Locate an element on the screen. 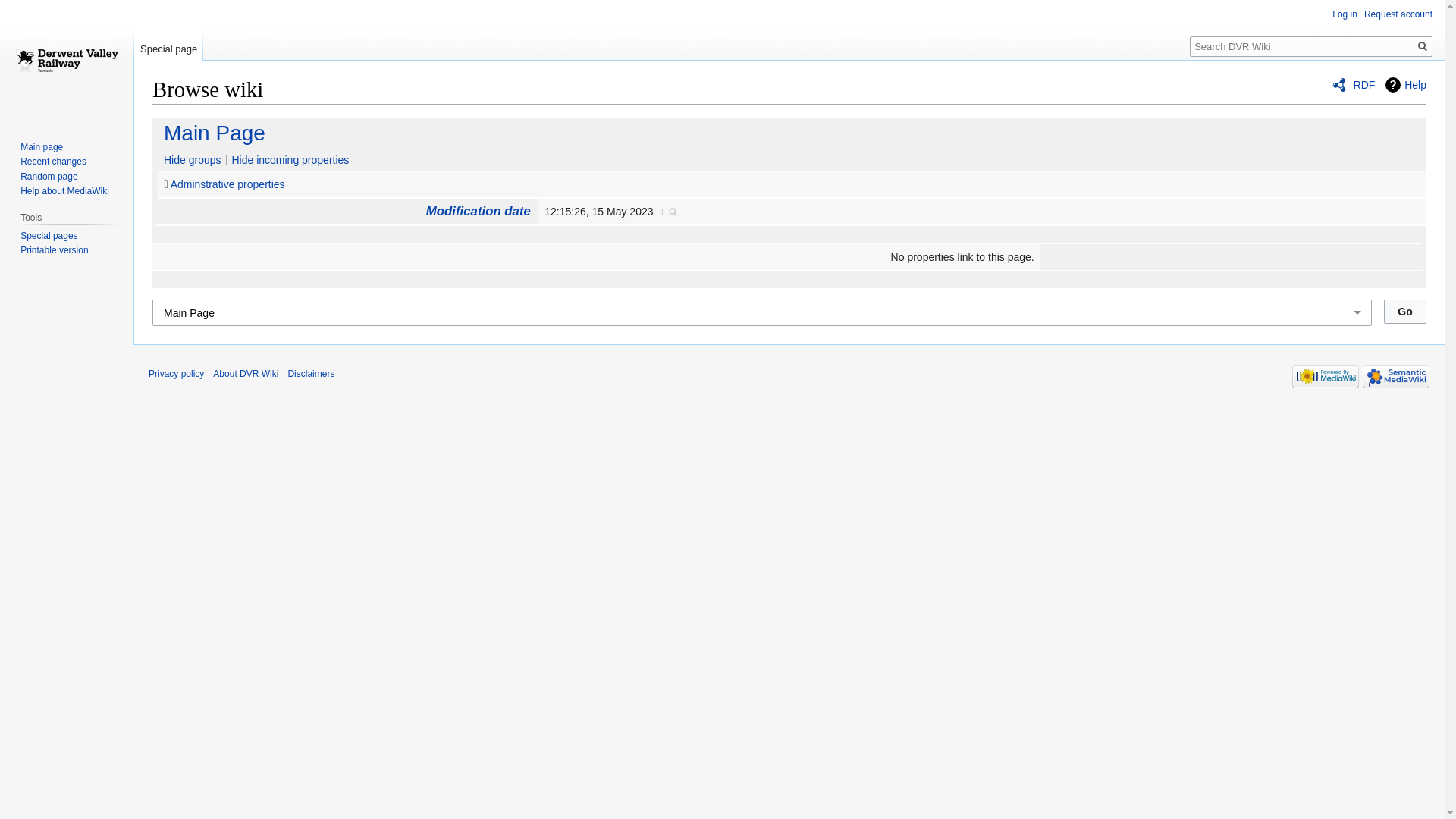 Image resolution: width=1456 pixels, height=819 pixels. 'About DVR Wiki' is located at coordinates (246, 374).